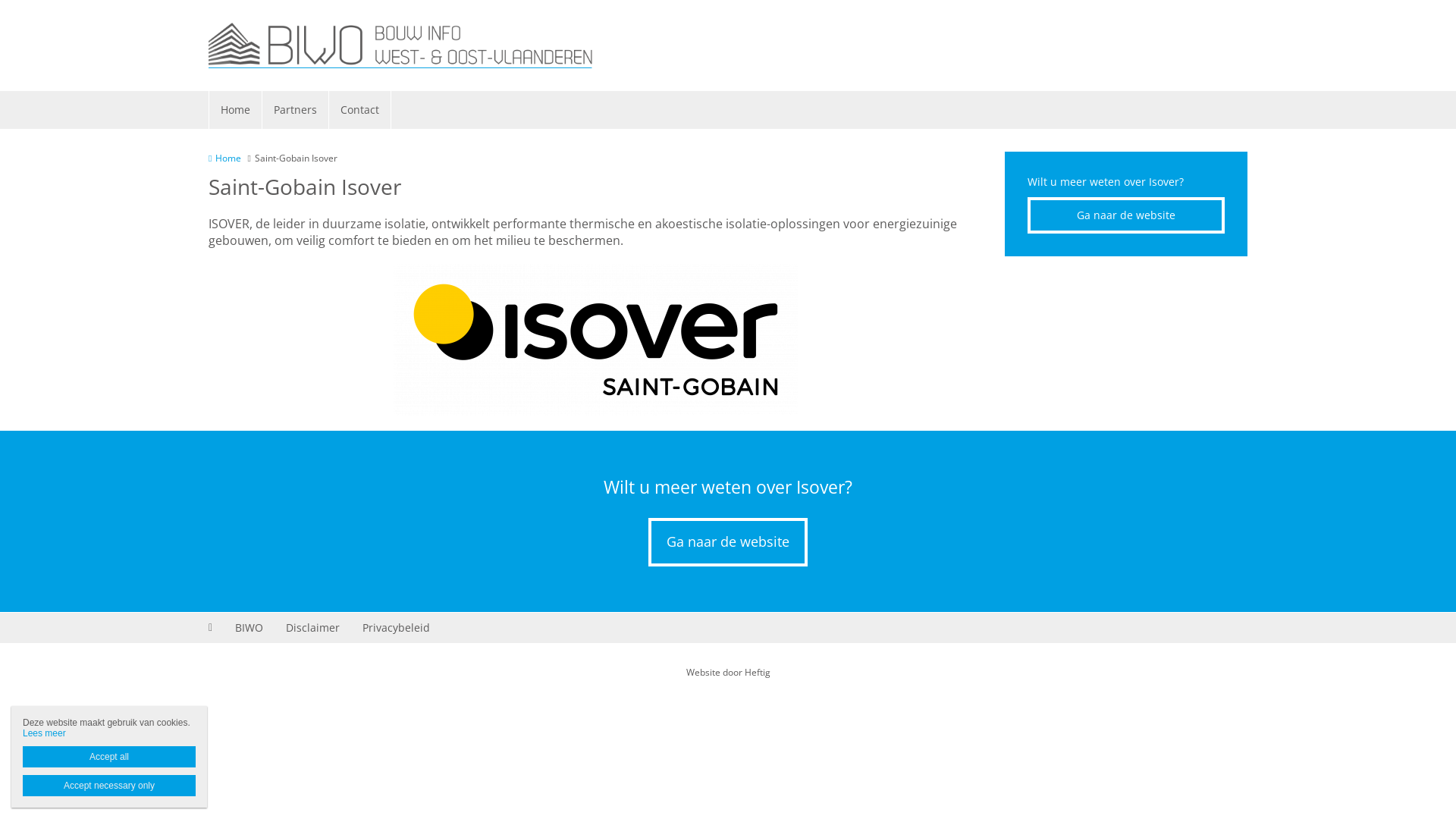  I want to click on 'Contact', so click(328, 109).